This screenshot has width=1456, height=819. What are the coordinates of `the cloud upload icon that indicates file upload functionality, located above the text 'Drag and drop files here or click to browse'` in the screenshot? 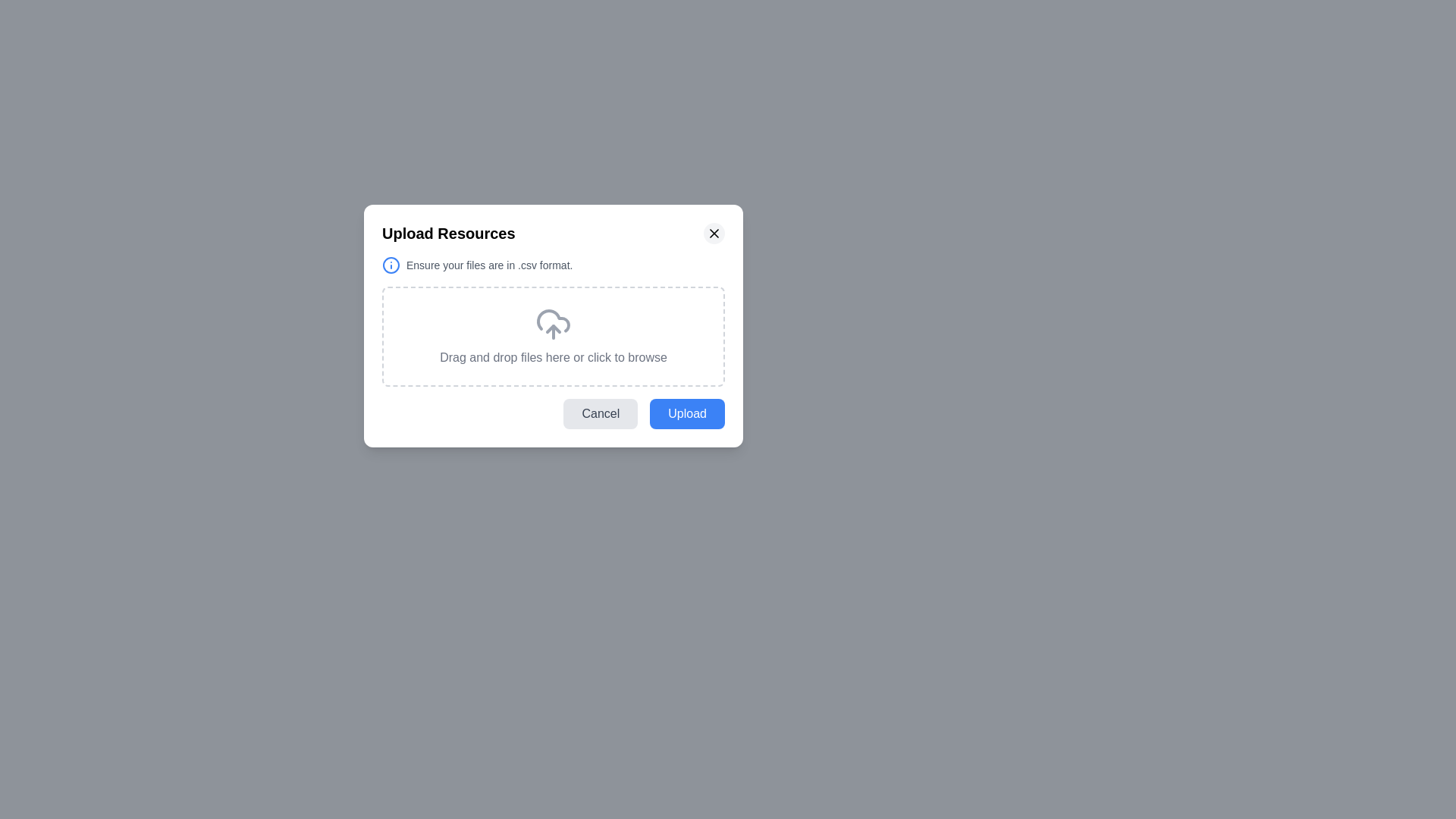 It's located at (552, 324).